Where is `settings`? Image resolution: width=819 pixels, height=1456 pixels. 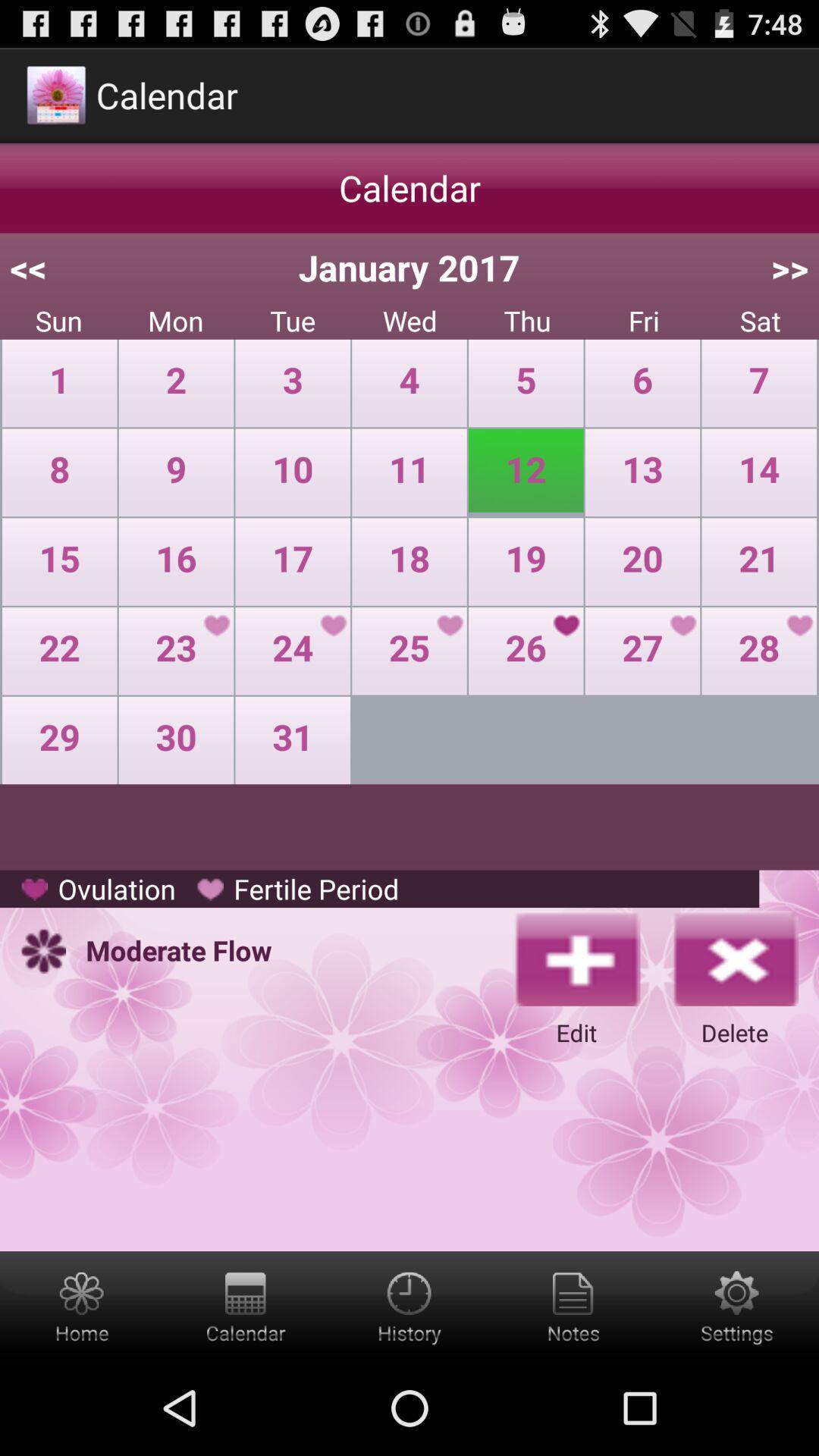 settings is located at coordinates (573, 1305).